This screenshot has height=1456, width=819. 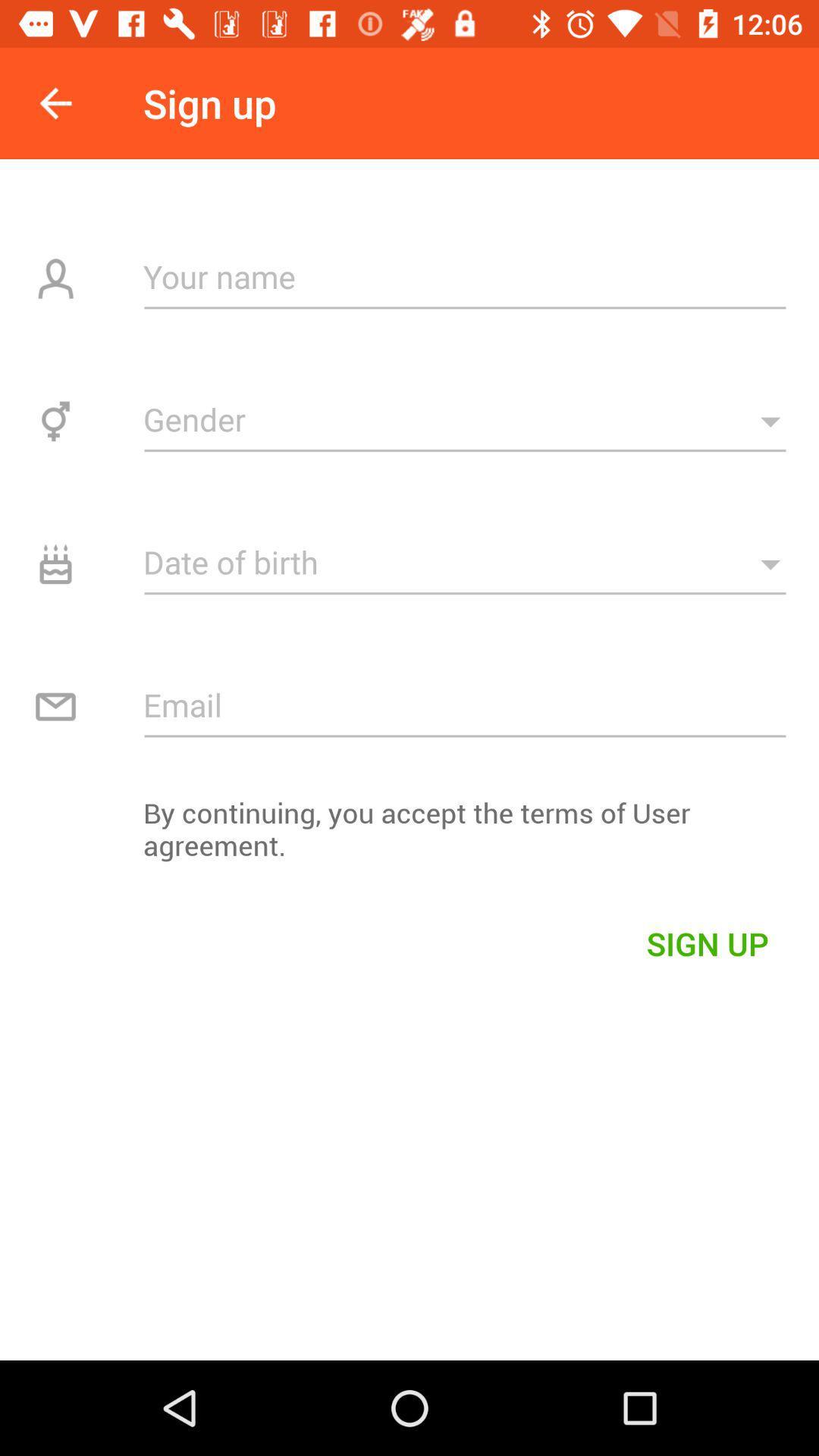 What do you see at coordinates (464, 276) in the screenshot?
I see `your name` at bounding box center [464, 276].